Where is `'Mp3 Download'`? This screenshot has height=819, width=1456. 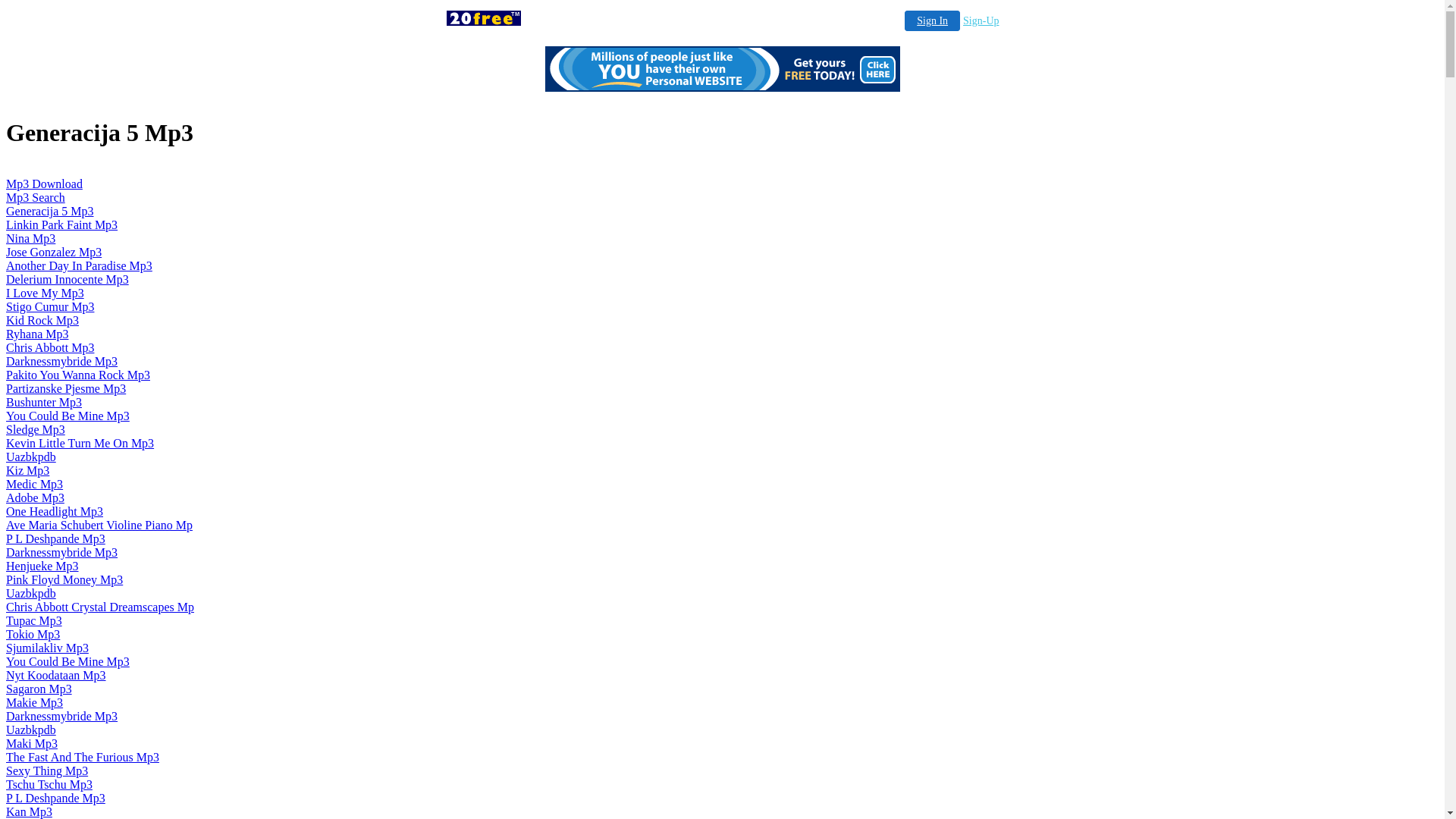
'Mp3 Download' is located at coordinates (44, 183).